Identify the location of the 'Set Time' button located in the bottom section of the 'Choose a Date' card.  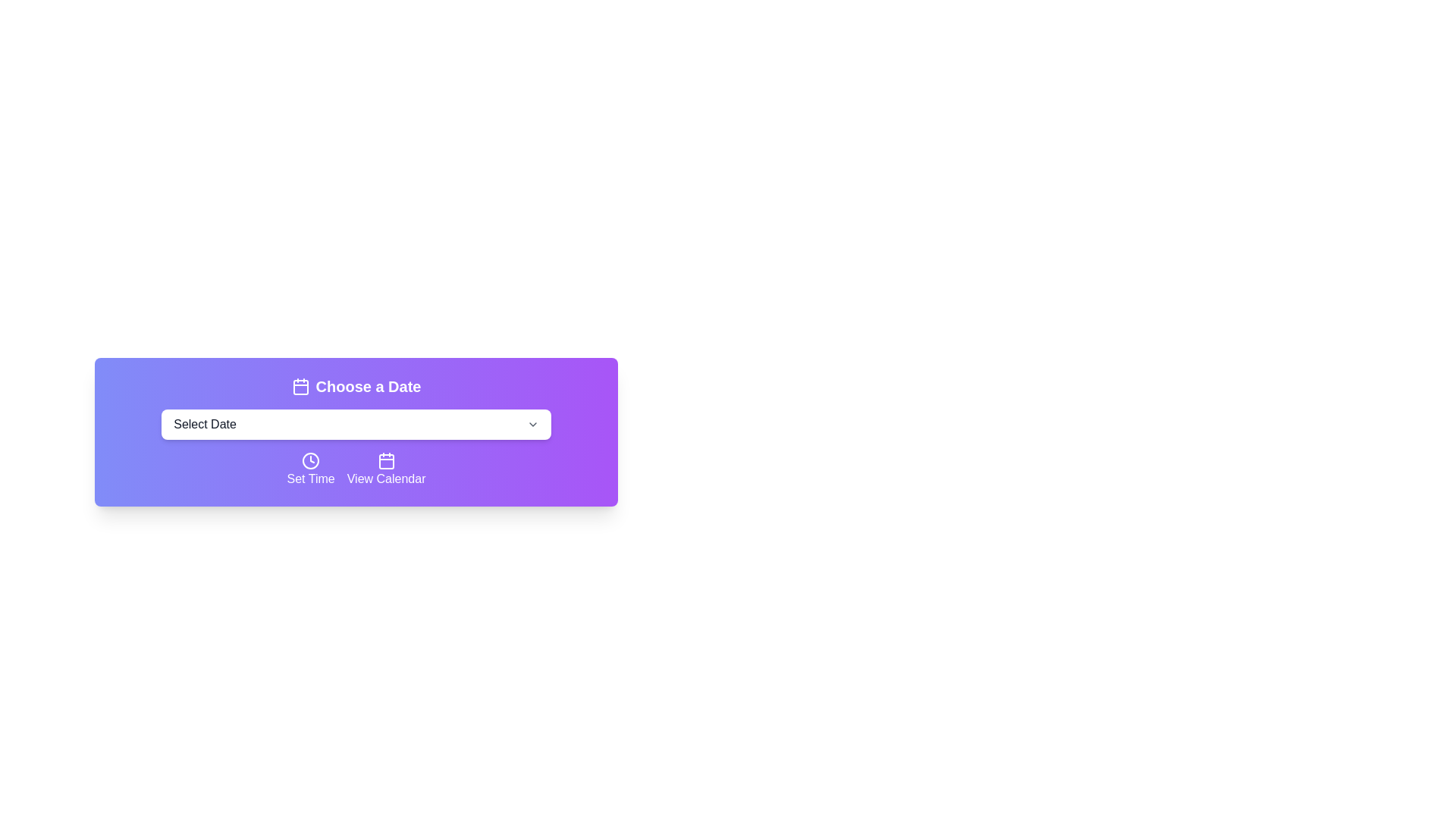
(310, 469).